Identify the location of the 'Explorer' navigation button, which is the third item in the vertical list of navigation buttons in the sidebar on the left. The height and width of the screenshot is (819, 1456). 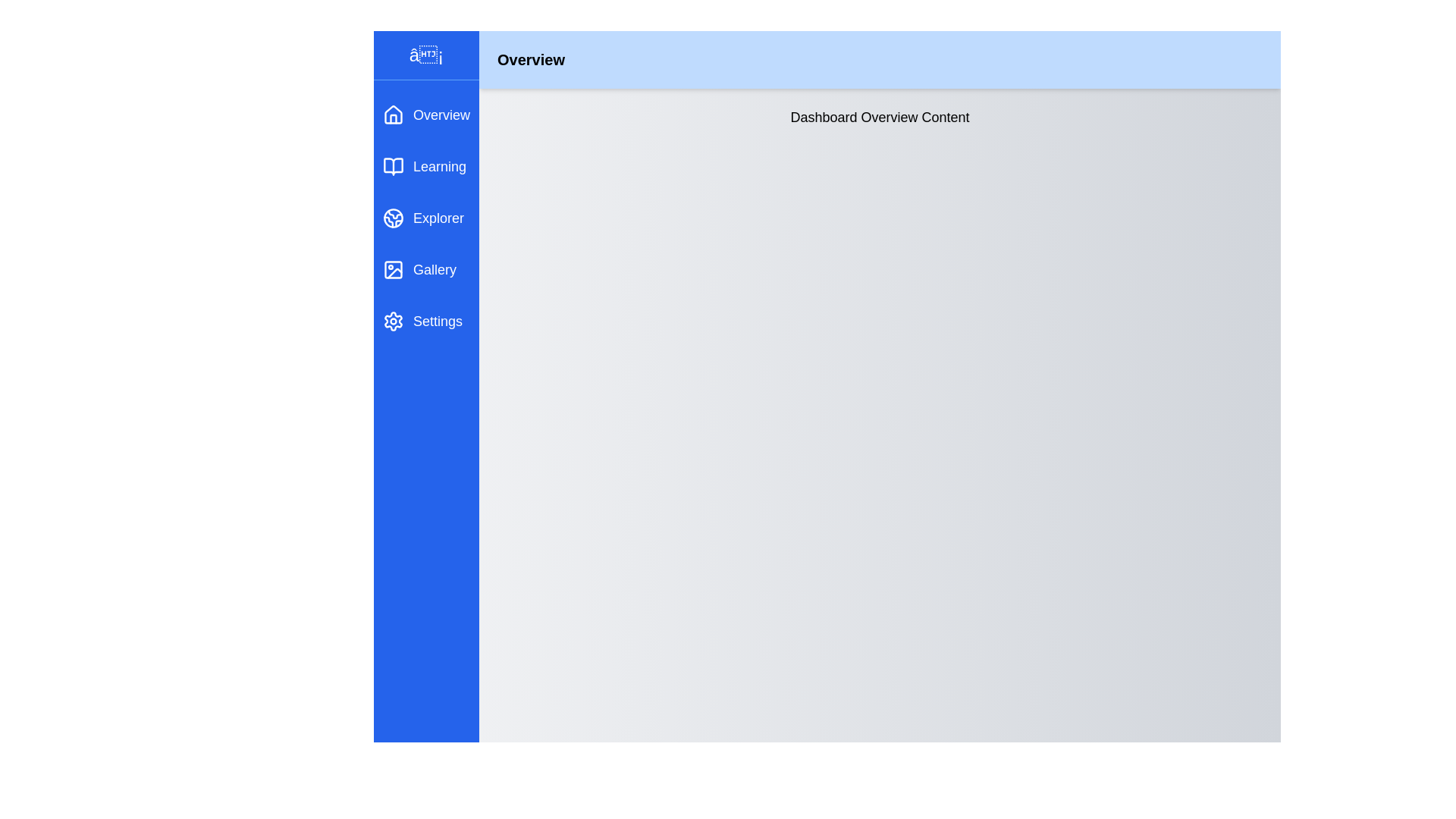
(425, 218).